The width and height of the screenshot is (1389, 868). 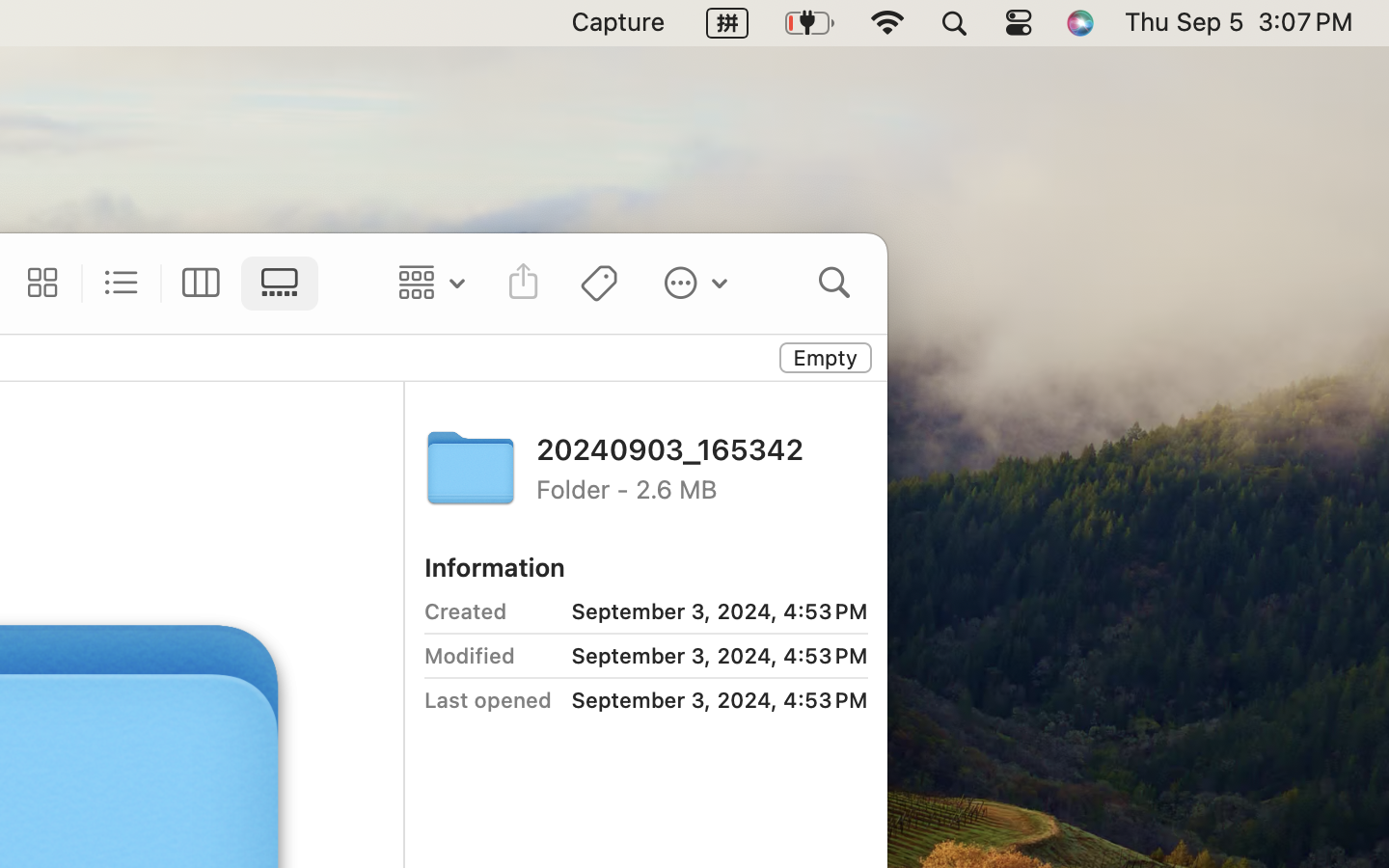 What do you see at coordinates (464, 610) in the screenshot?
I see `'Created'` at bounding box center [464, 610].